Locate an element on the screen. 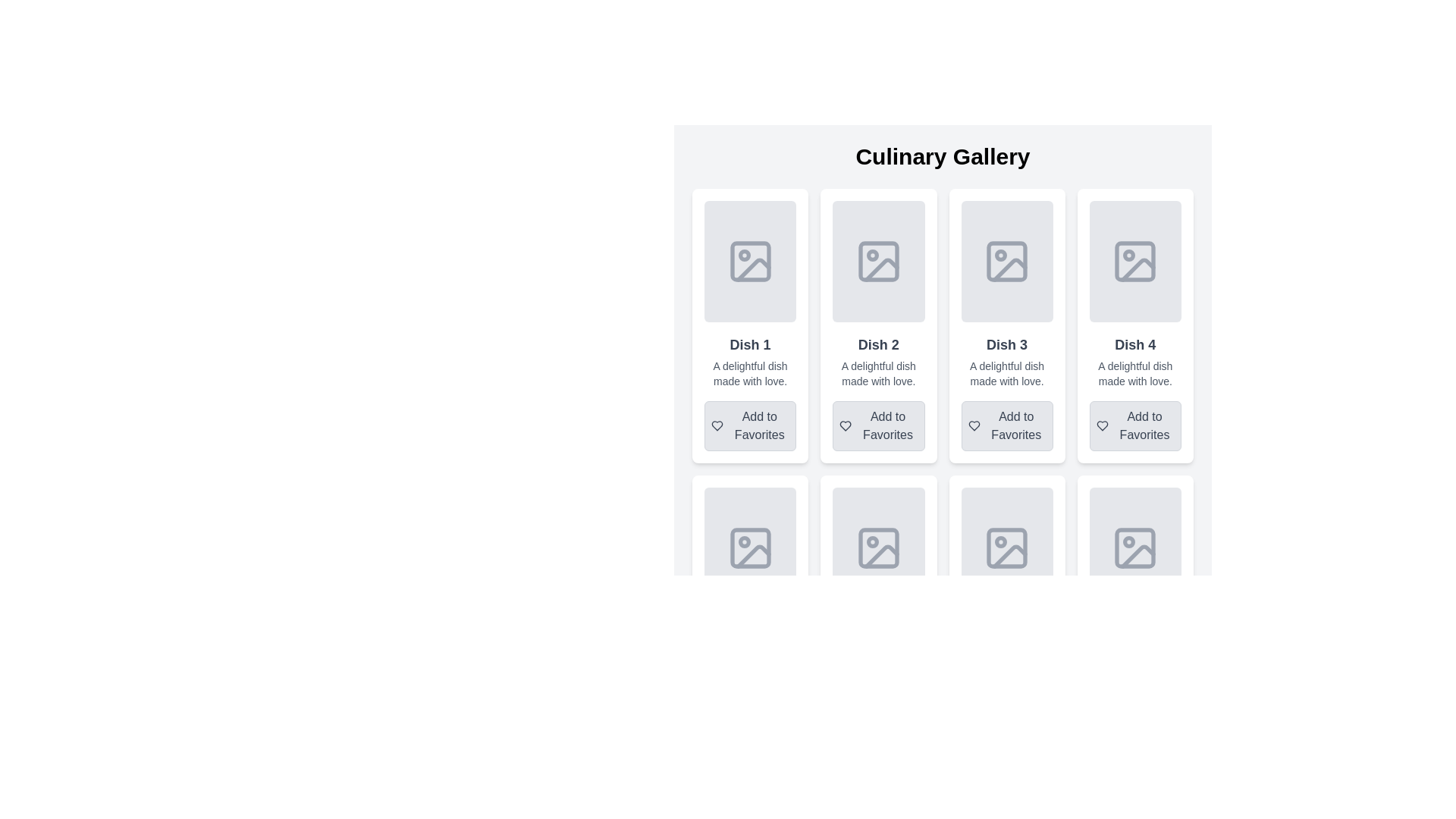 The image size is (1456, 819). the image placeholder icon located in the first column of the second row under the 'Culinary Gallery' section, which features a framed rectangle with a circle and slanted line inside is located at coordinates (750, 548).